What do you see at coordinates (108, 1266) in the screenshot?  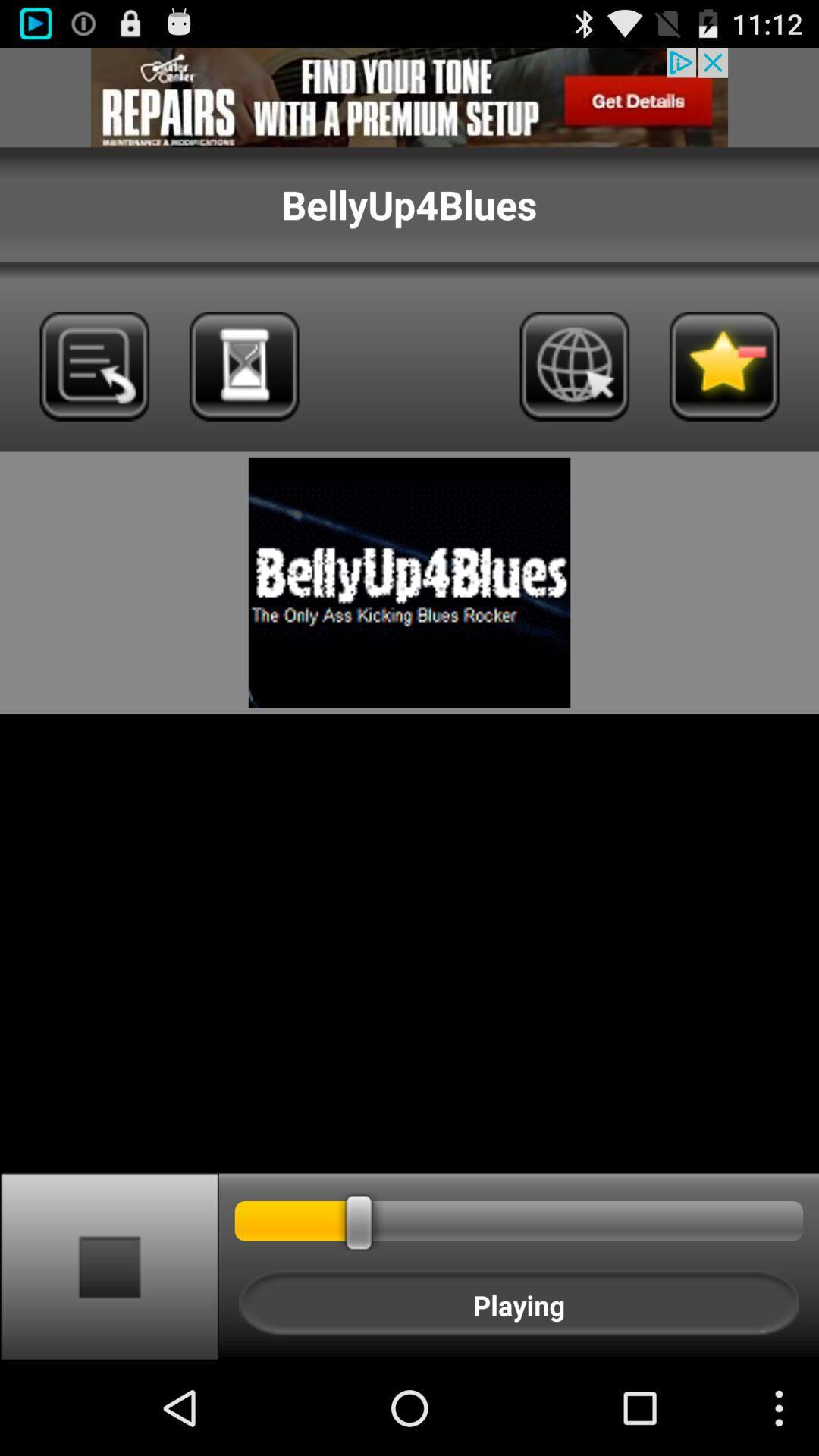 I see `stop` at bounding box center [108, 1266].